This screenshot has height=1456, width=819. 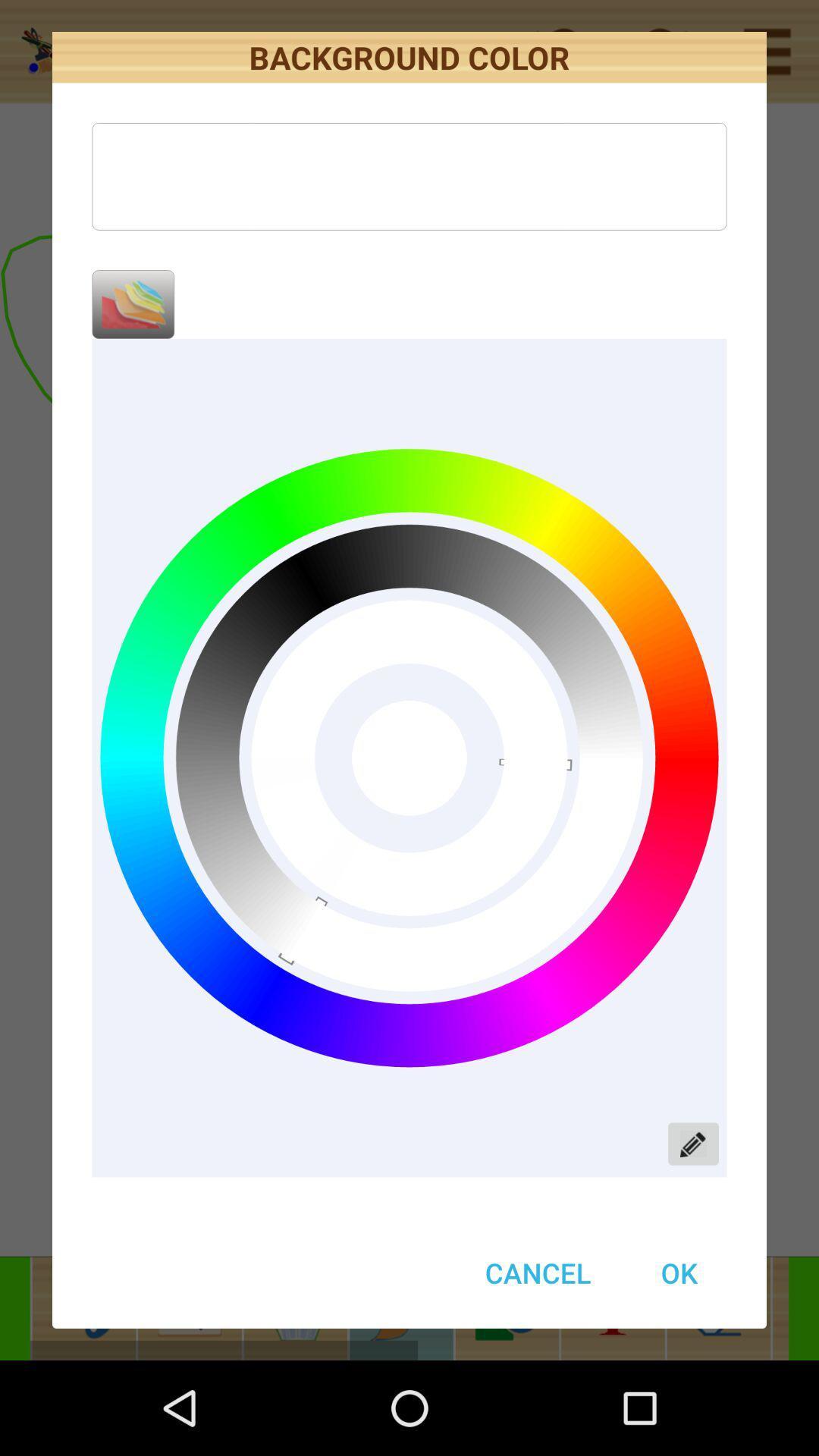 I want to click on item at the bottom, so click(x=537, y=1272).